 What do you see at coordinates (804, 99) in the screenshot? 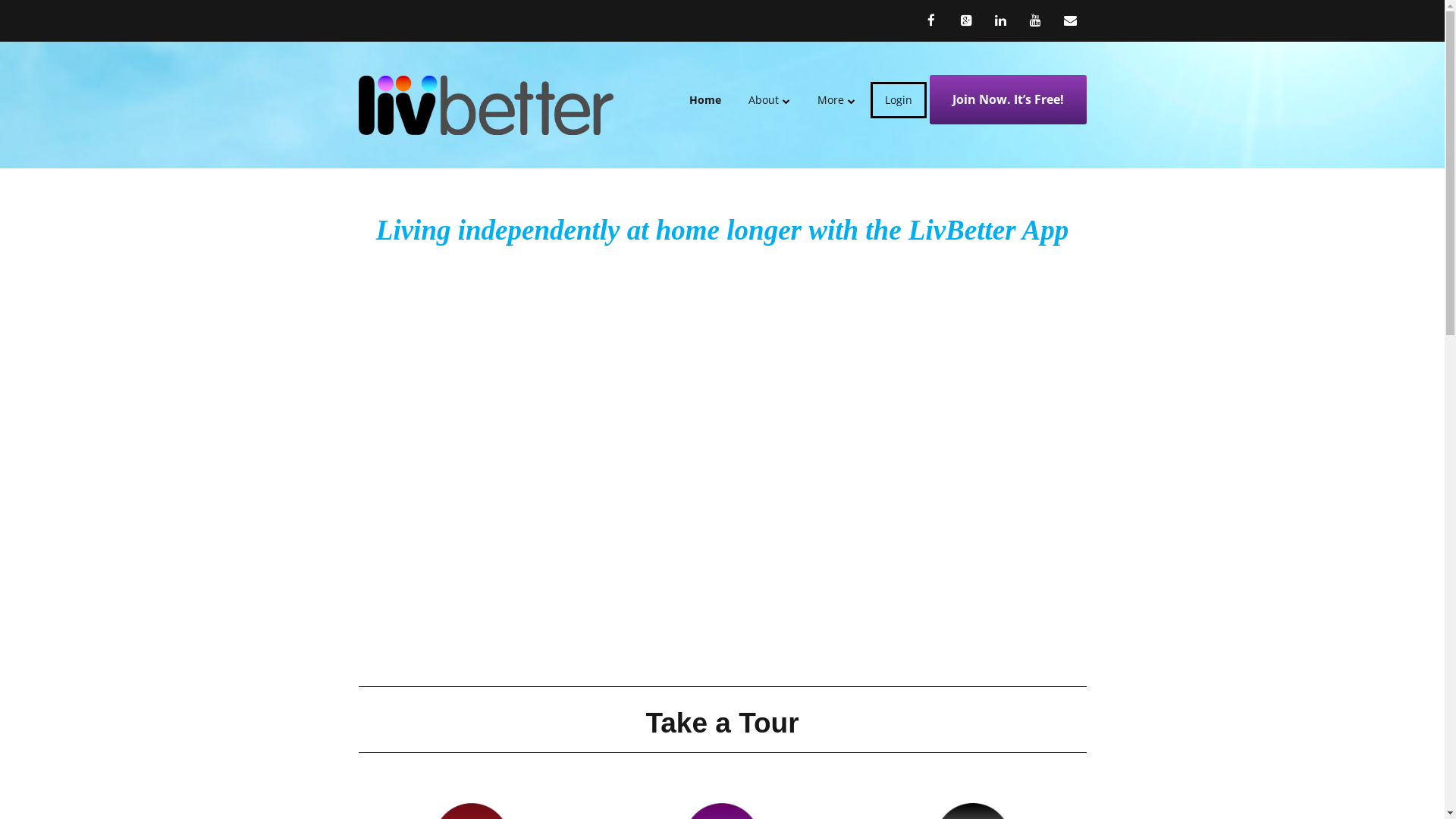
I see `'More'` at bounding box center [804, 99].